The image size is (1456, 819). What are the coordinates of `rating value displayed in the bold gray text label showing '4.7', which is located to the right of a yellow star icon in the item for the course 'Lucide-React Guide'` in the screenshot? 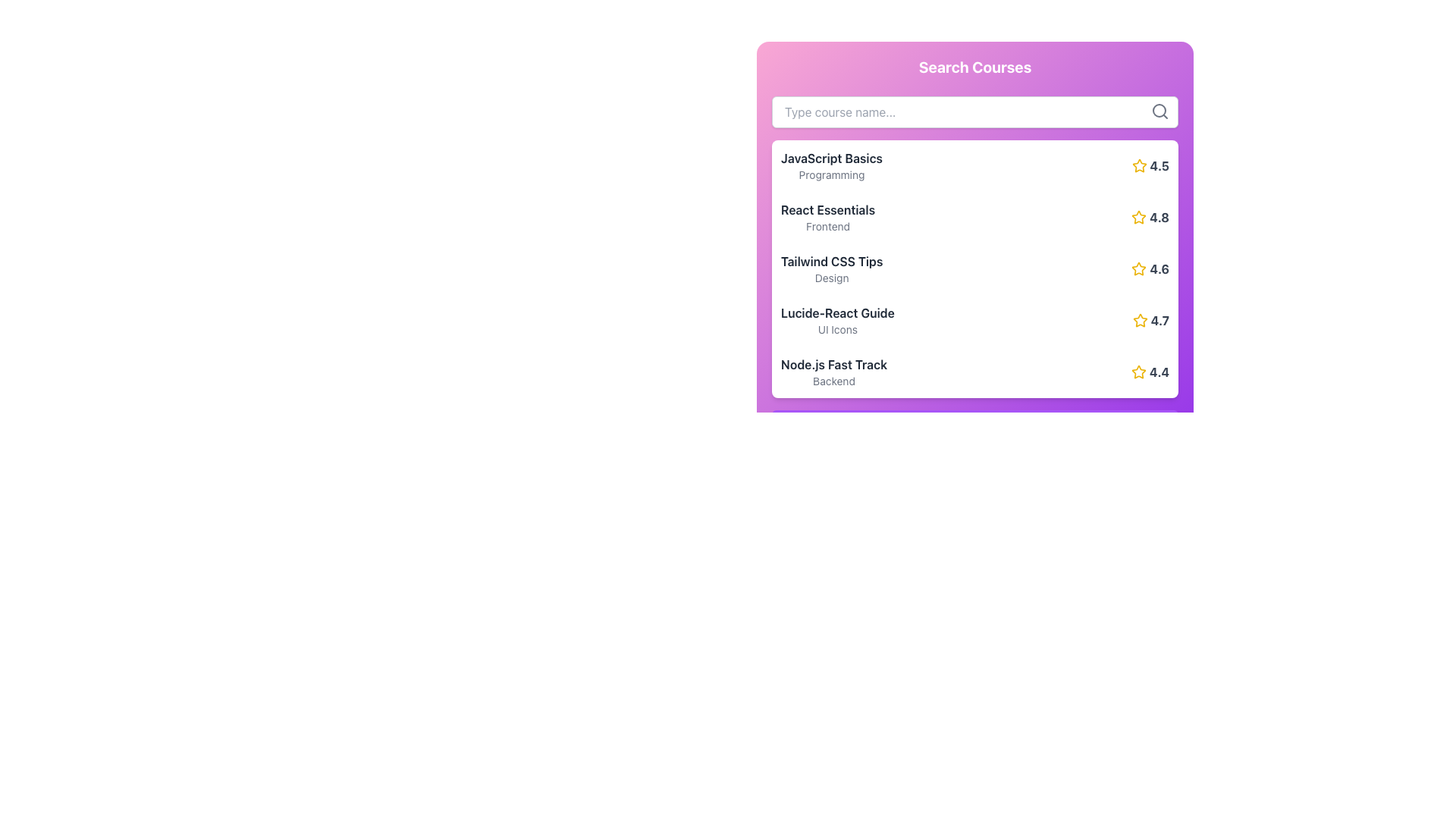 It's located at (1159, 320).